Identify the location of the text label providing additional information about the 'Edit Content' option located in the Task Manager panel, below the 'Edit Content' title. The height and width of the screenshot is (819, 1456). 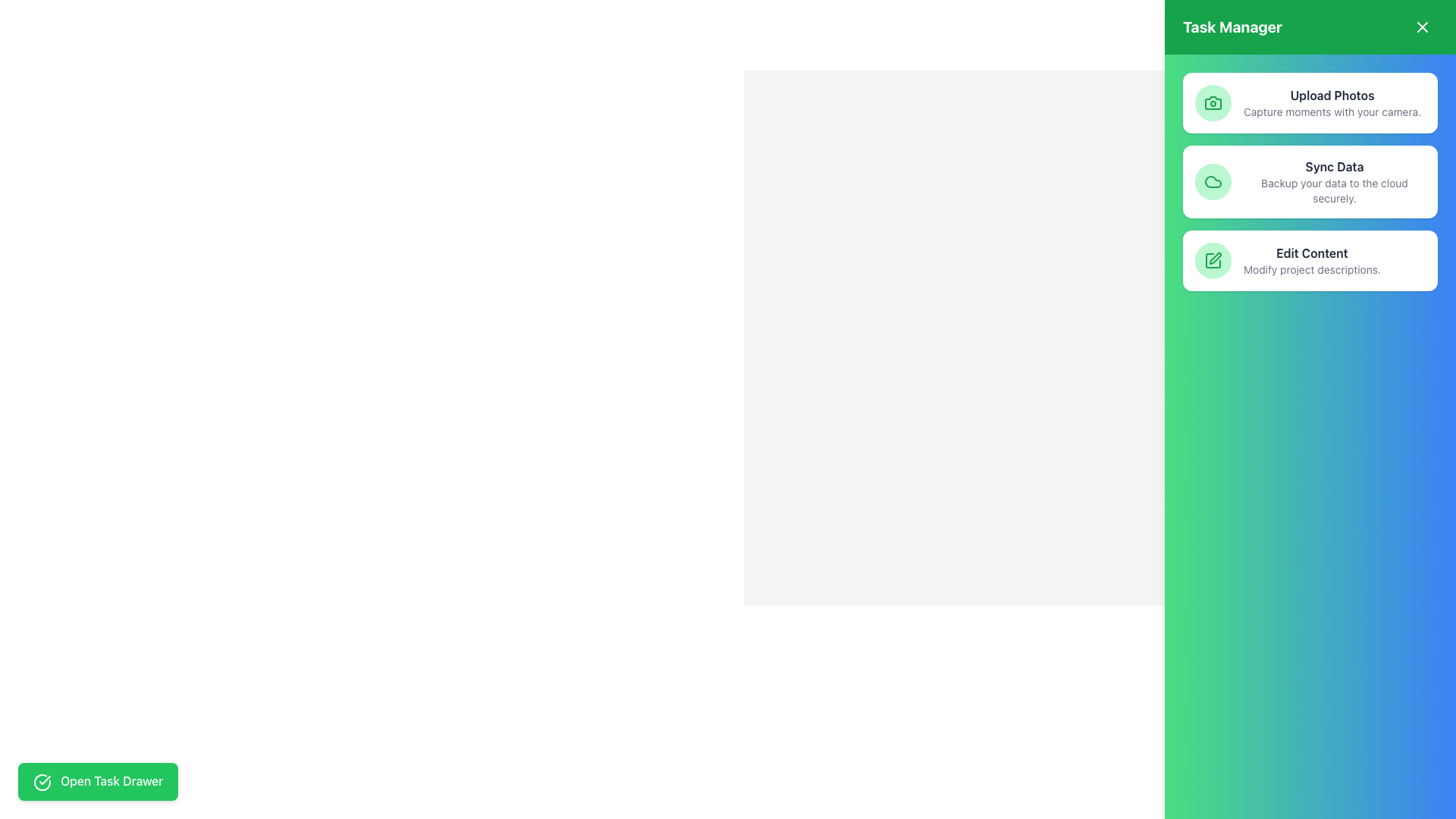
(1311, 268).